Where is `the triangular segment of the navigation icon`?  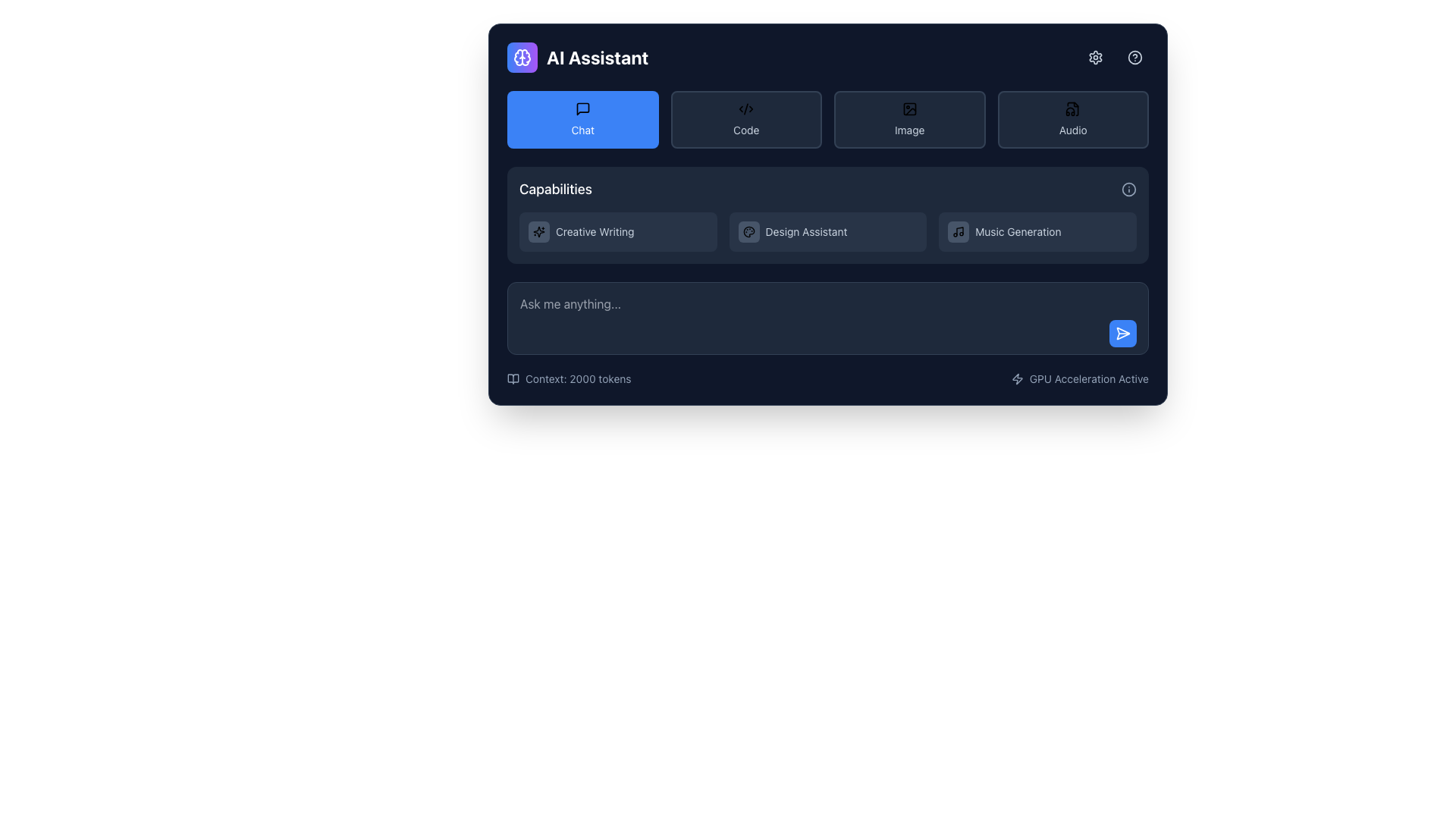 the triangular segment of the navigation icon is located at coordinates (1123, 332).